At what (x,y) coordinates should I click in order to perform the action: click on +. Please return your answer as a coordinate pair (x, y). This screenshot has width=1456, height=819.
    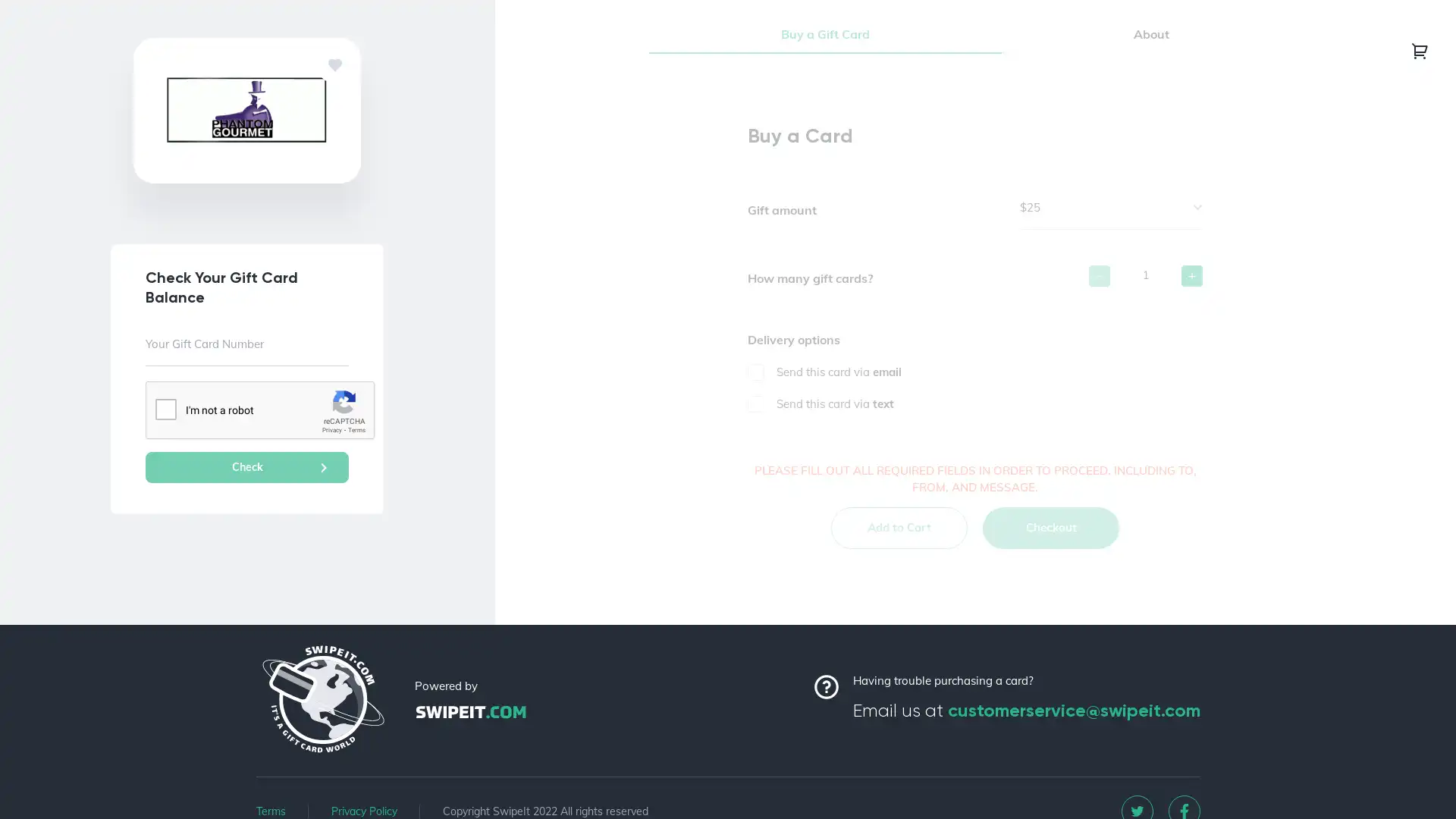
    Looking at the image, I should click on (1191, 291).